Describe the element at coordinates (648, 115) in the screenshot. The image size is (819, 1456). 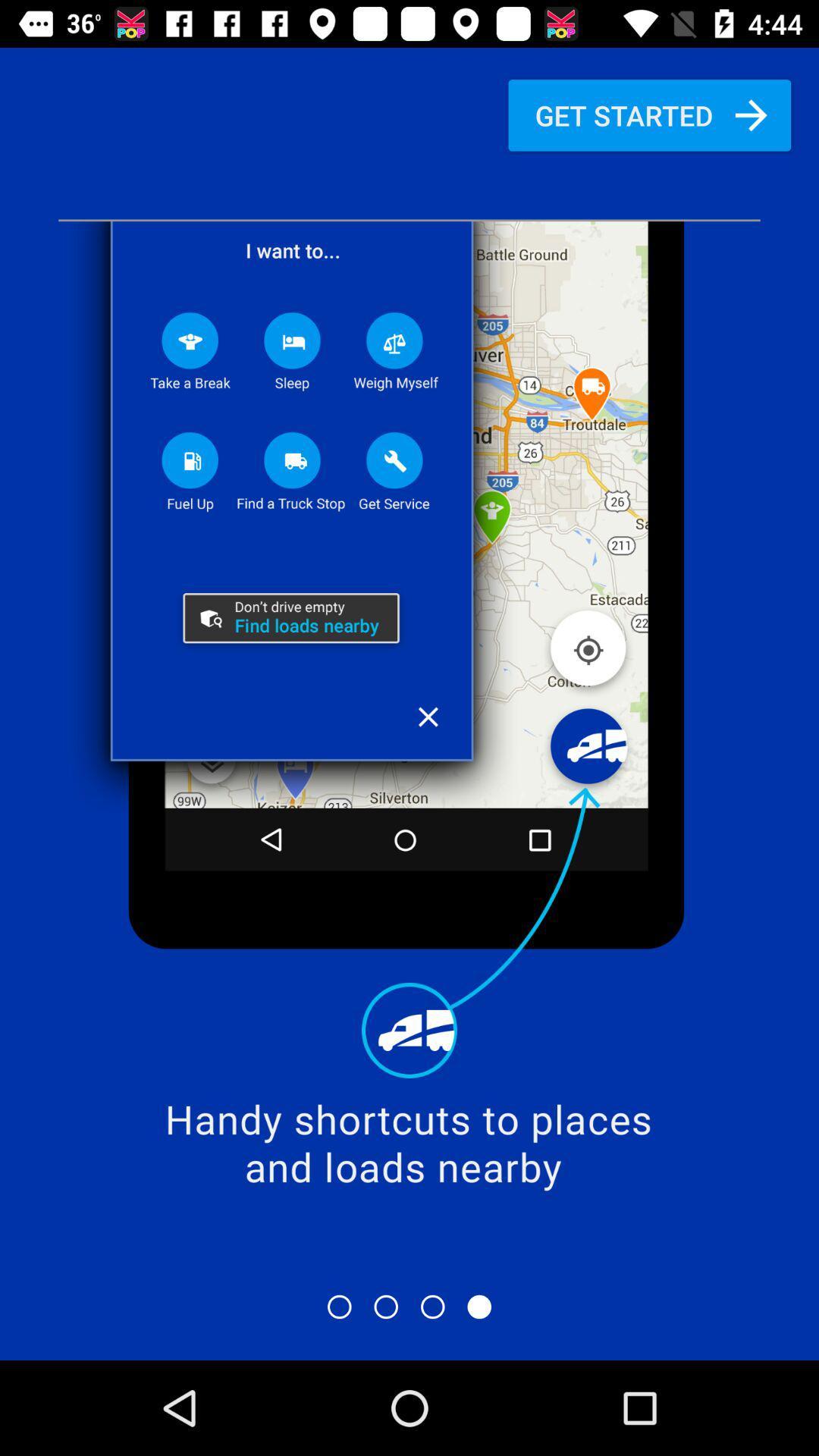
I see `the get started` at that location.